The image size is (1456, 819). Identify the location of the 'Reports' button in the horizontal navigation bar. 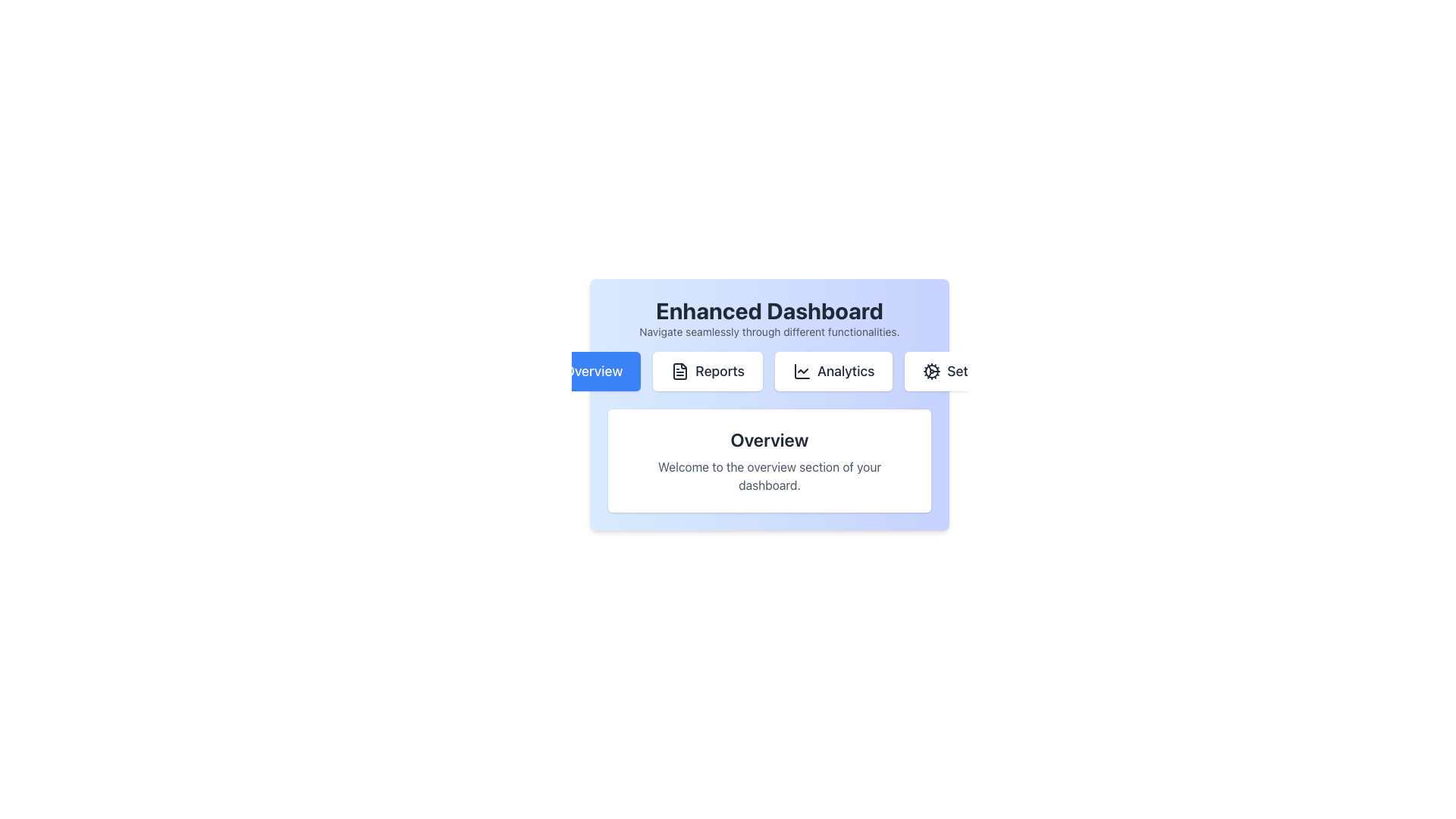
(769, 371).